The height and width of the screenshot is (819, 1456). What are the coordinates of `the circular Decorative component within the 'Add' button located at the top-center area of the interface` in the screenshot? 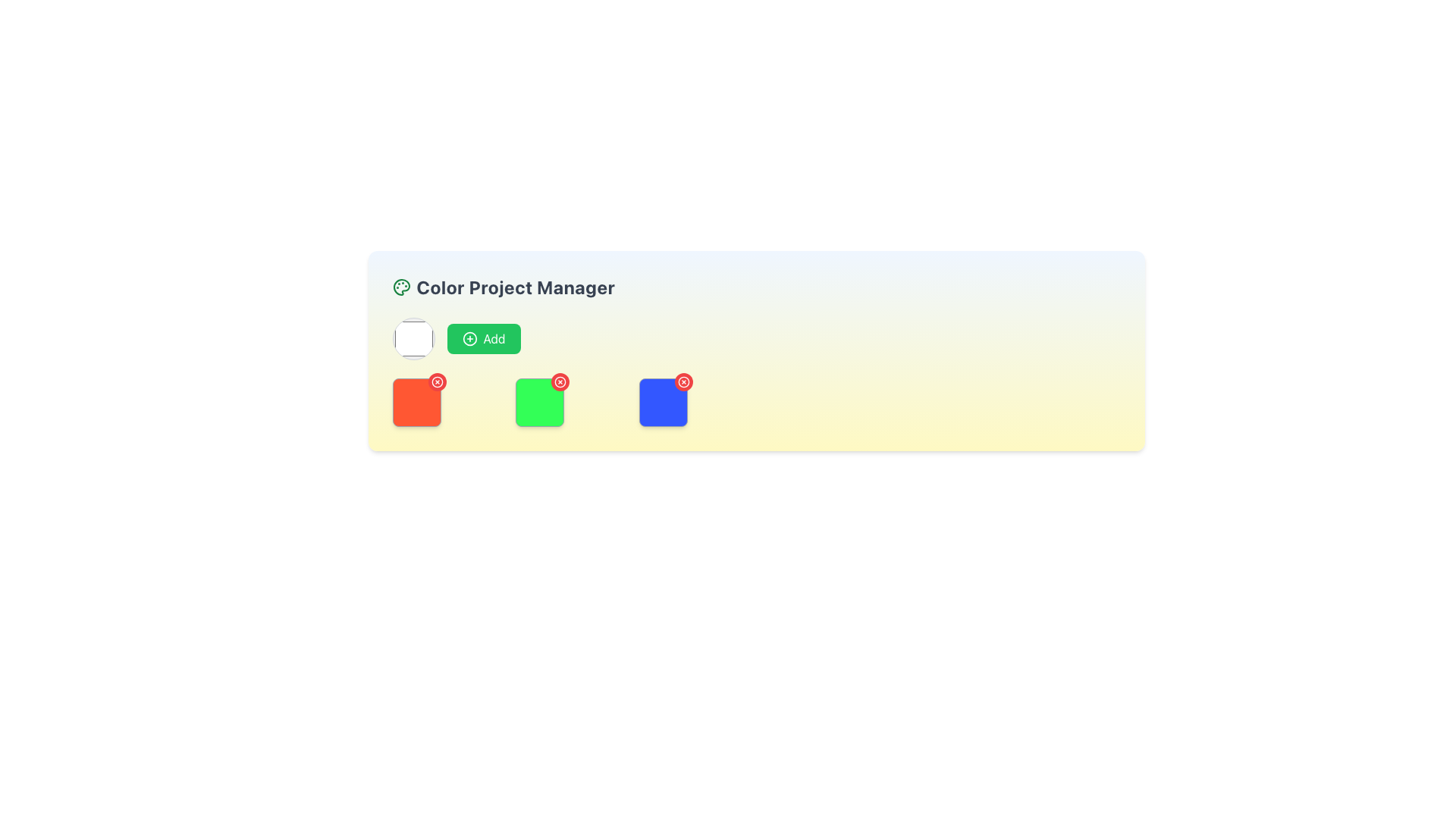 It's located at (469, 338).